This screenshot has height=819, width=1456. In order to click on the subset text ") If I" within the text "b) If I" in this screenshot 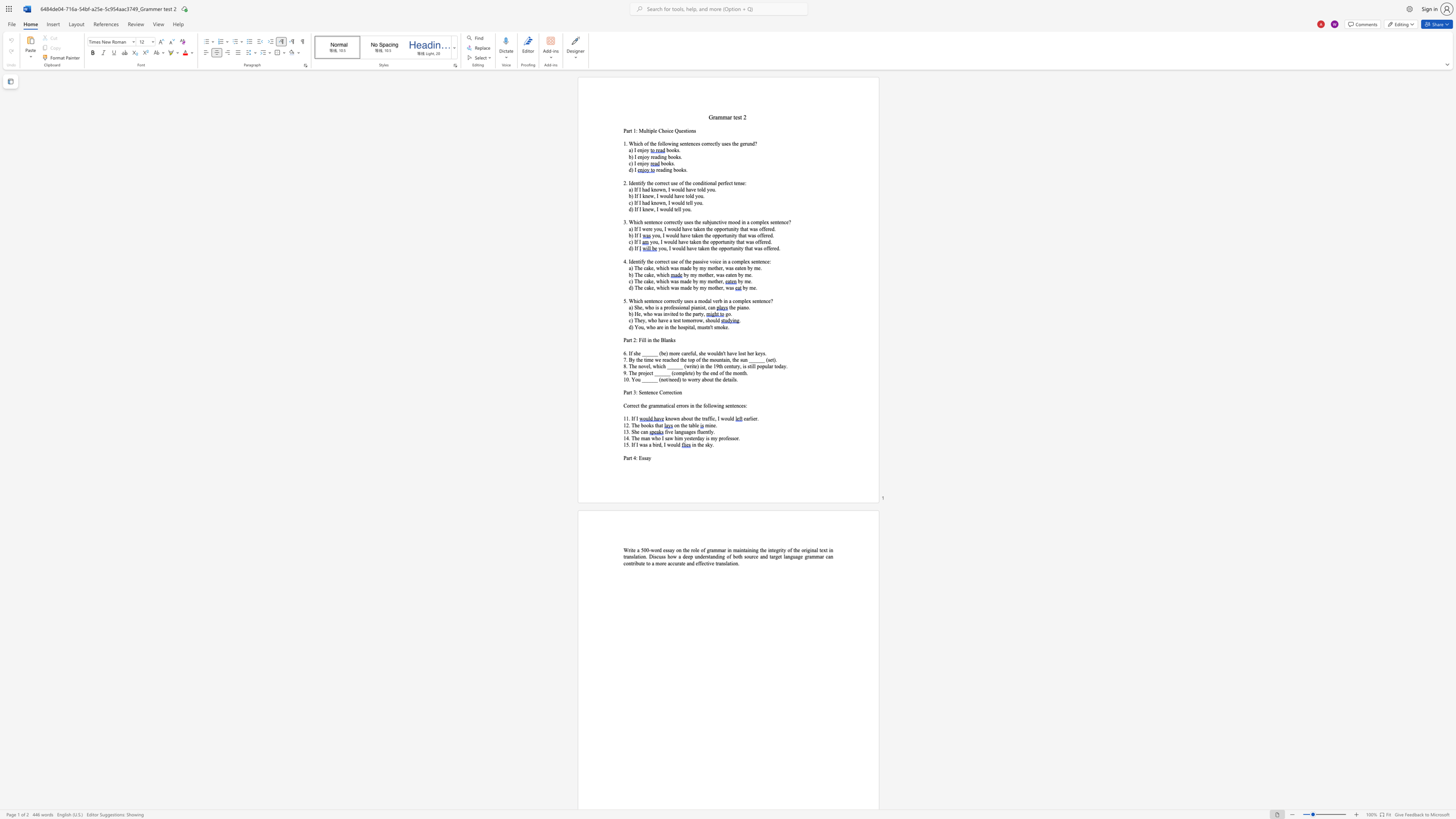, I will do `click(631, 235)`.